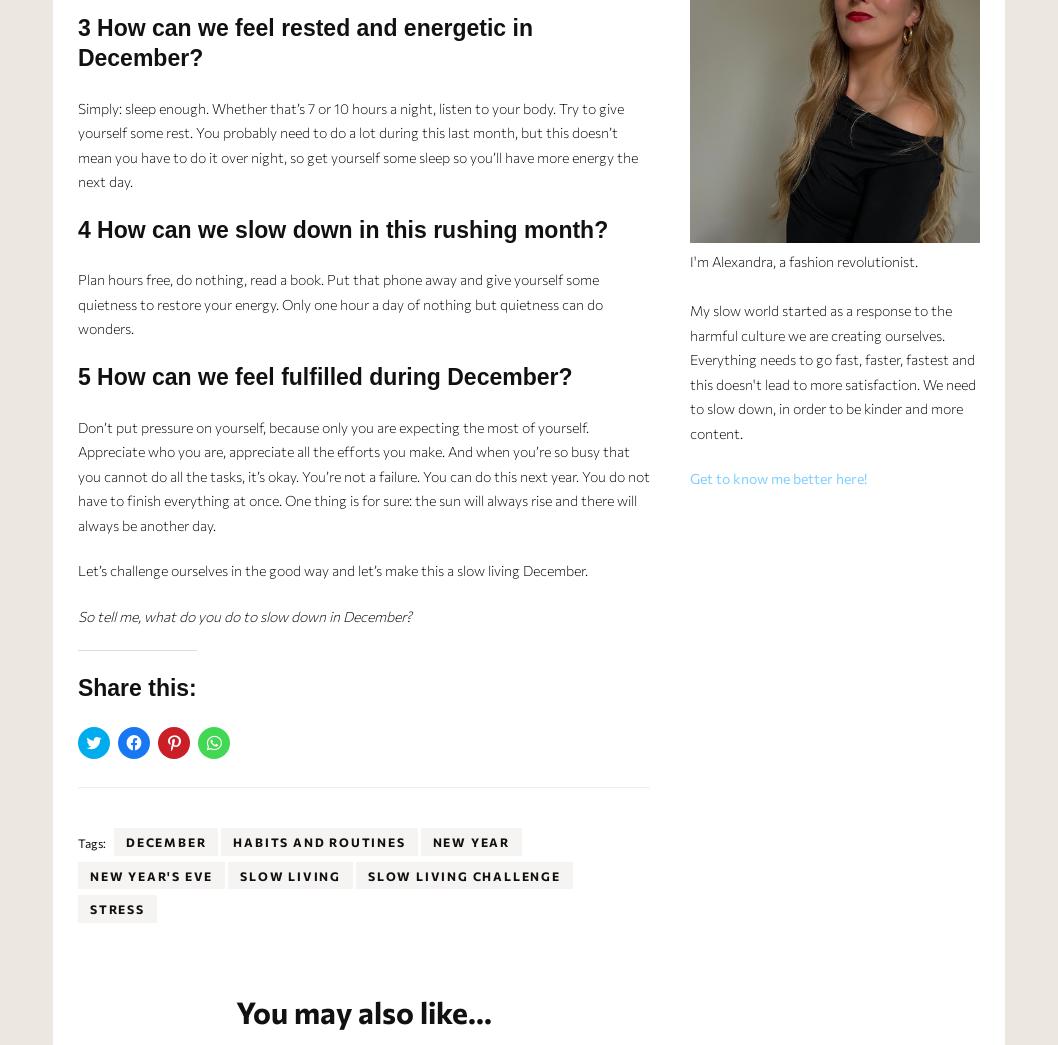 The height and width of the screenshot is (1045, 1058). Describe the element at coordinates (338, 303) in the screenshot. I see `'Plan hours free, do nothing, read a book. Put that phone away and give yourself some quietness to restore your energy. Only one hour a day of nothing but quietness can do wonders.'` at that location.